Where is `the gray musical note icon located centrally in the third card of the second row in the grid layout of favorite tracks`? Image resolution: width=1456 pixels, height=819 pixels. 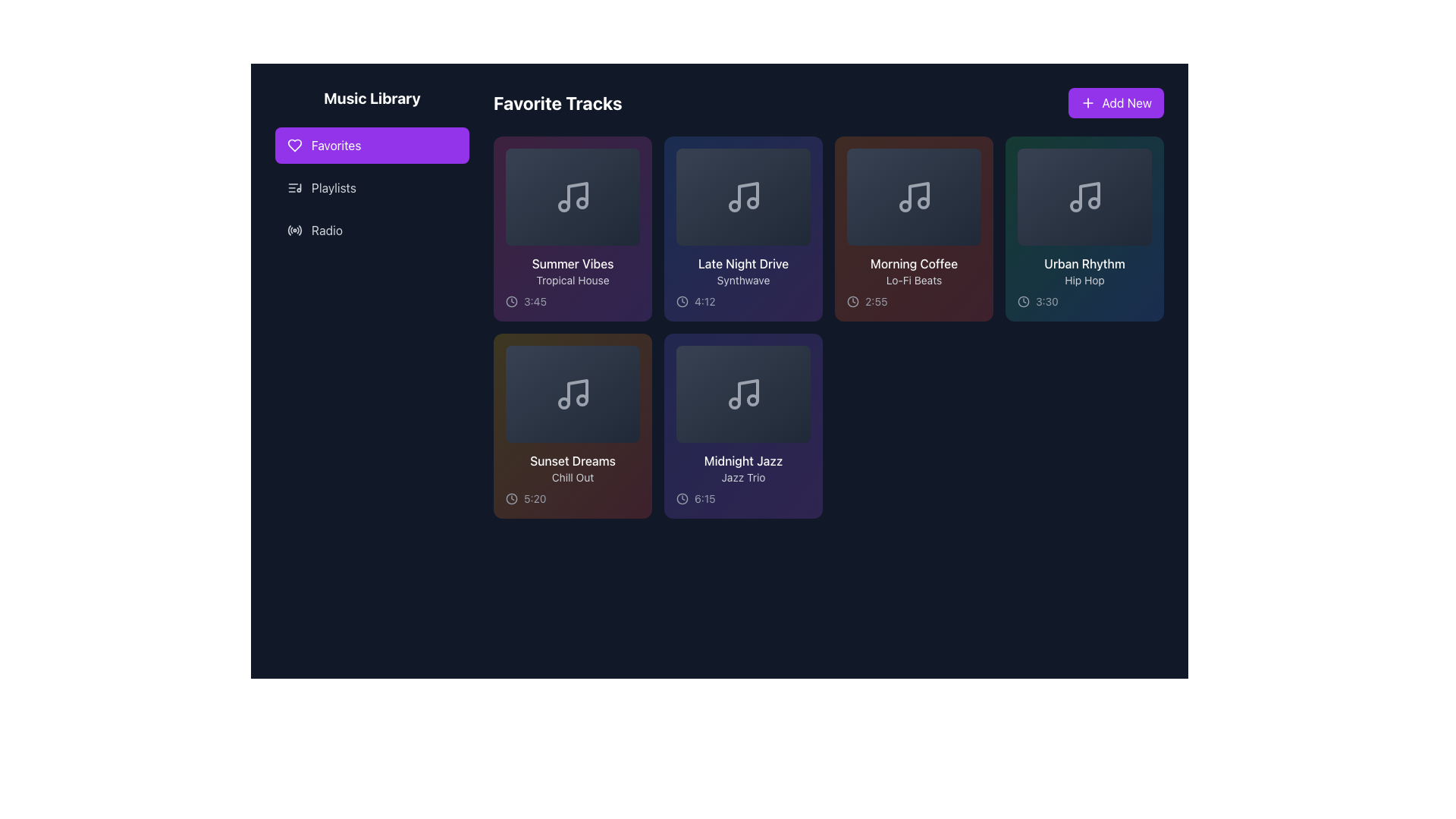
the gray musical note icon located centrally in the third card of the second row in the grid layout of favorite tracks is located at coordinates (743, 394).